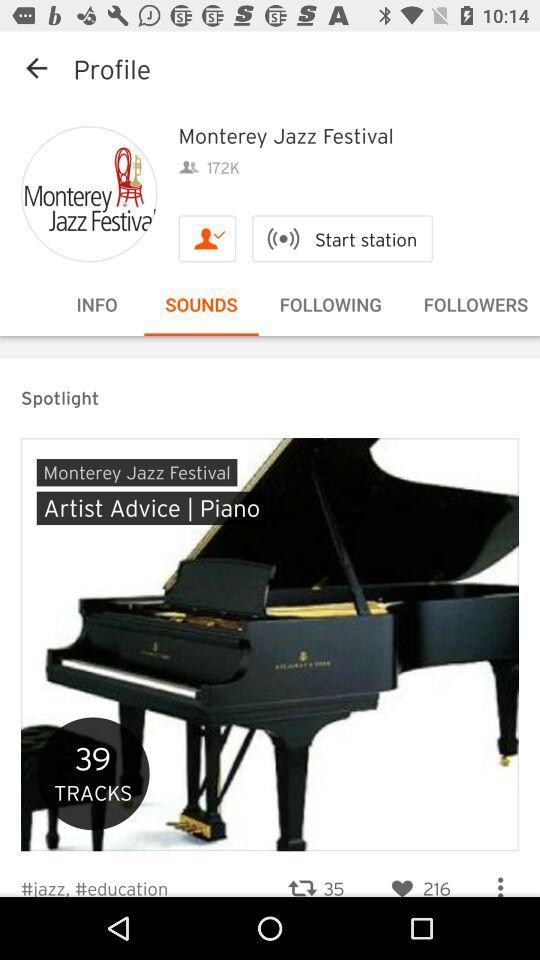  What do you see at coordinates (499, 878) in the screenshot?
I see `the more button at bottom right corner` at bounding box center [499, 878].